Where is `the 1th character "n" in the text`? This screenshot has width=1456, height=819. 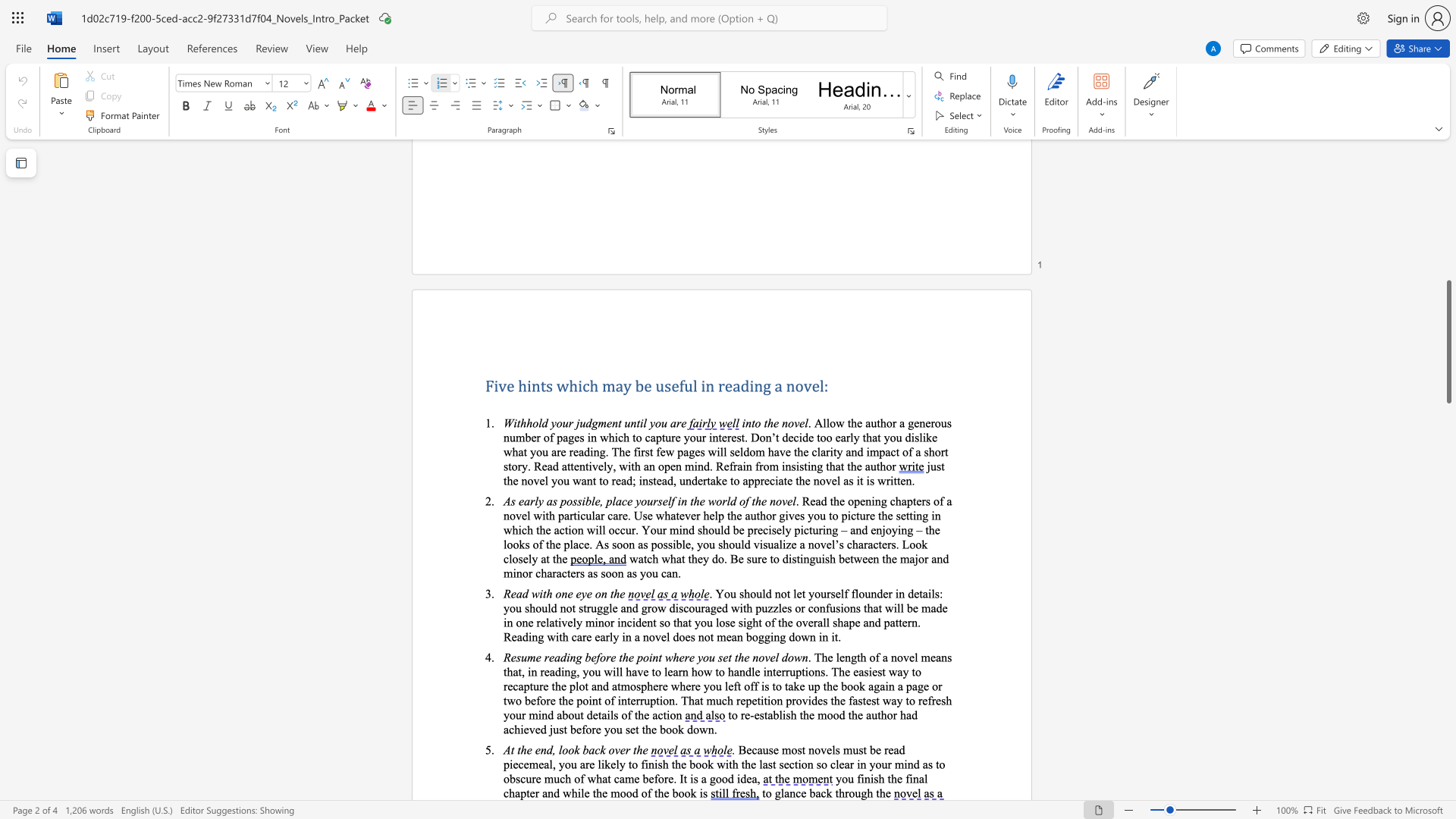 the 1th character "n" in the text is located at coordinates (792, 792).